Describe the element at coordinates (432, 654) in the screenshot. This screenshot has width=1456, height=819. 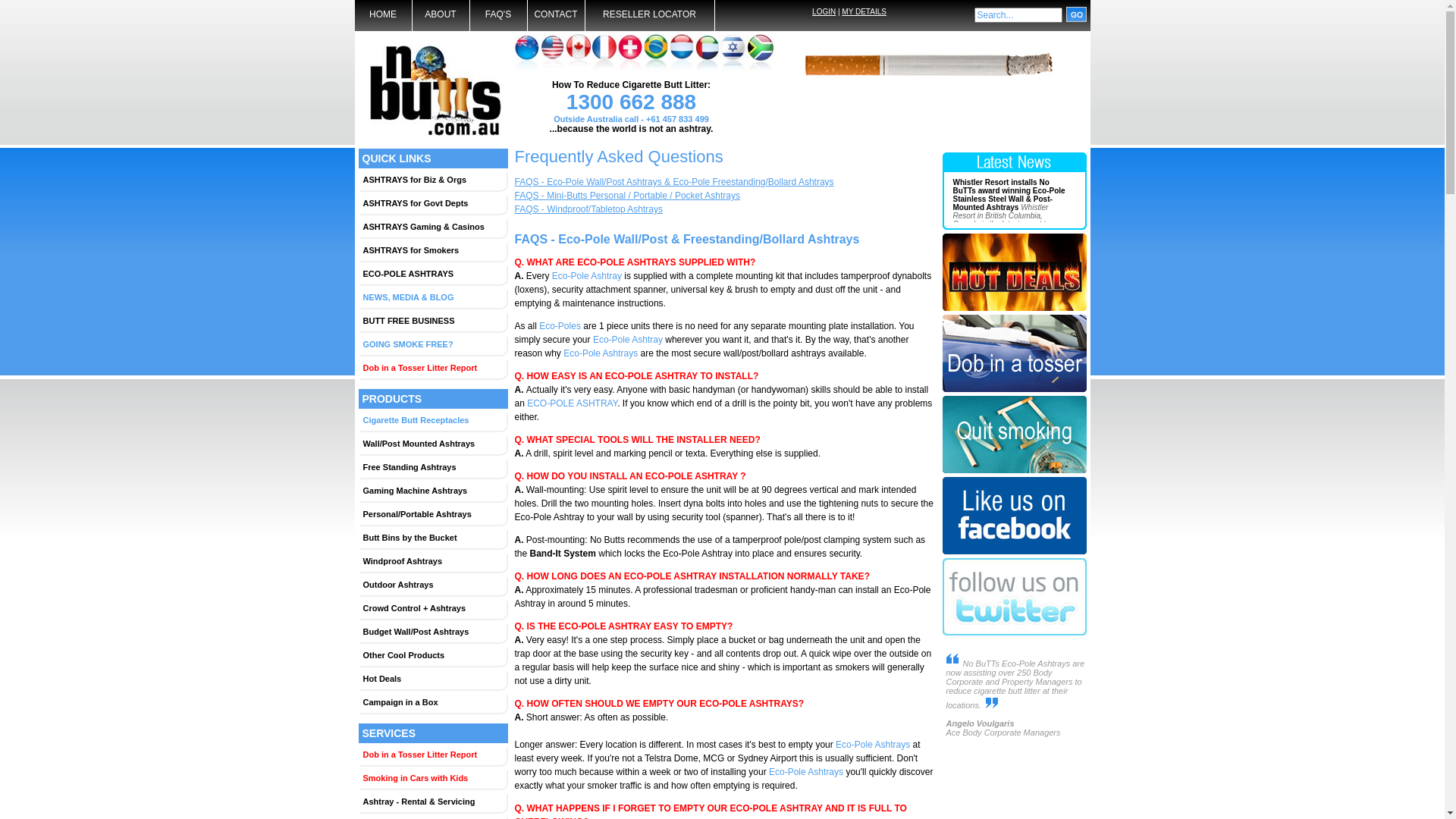
I see `'Other Cool Products'` at that location.